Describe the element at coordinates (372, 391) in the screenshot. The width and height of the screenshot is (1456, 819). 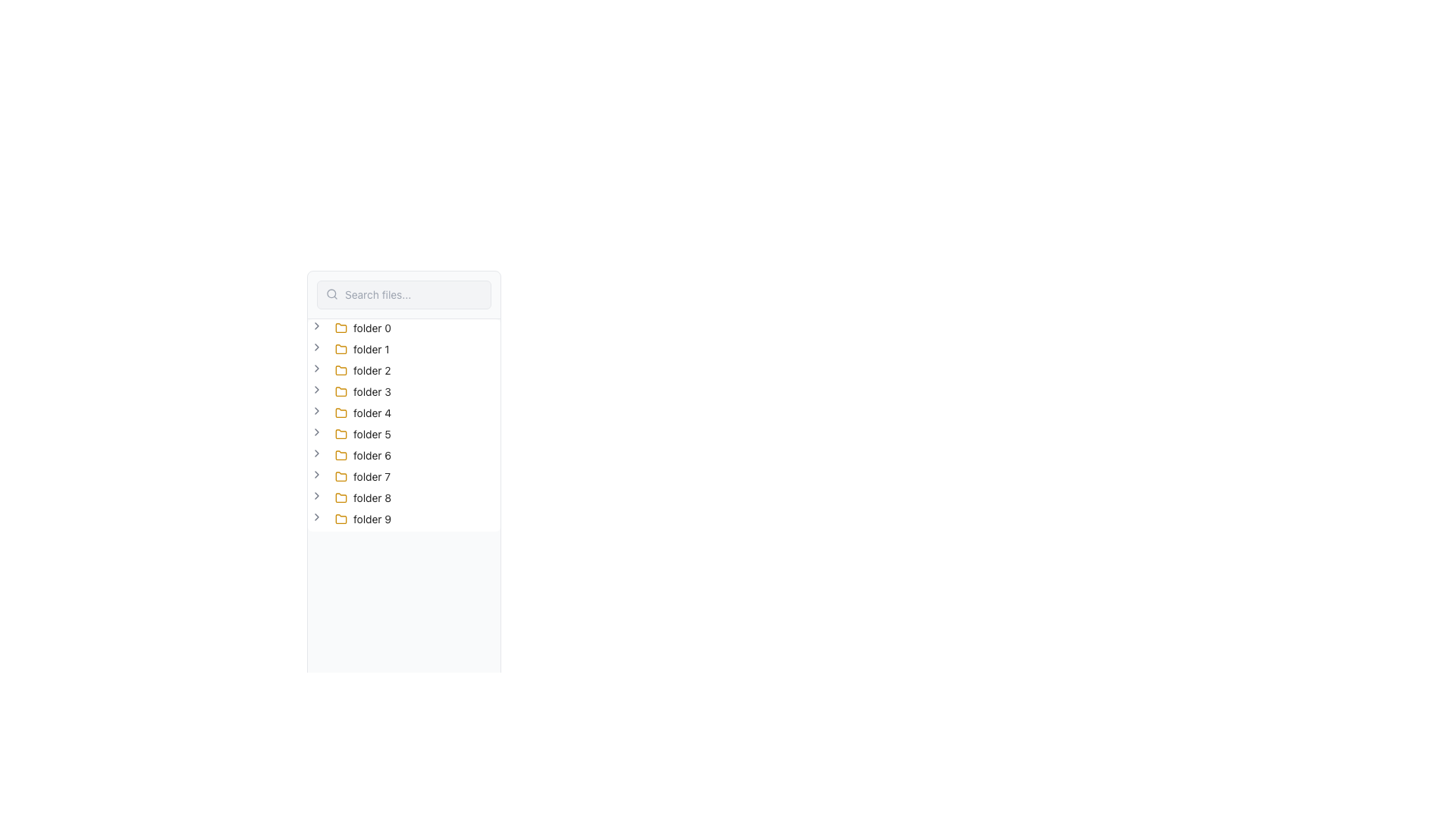
I see `the non-interactive text label identifying 'folder 3' located in the sidebar, which is the fourth item in the list of folder items` at that location.